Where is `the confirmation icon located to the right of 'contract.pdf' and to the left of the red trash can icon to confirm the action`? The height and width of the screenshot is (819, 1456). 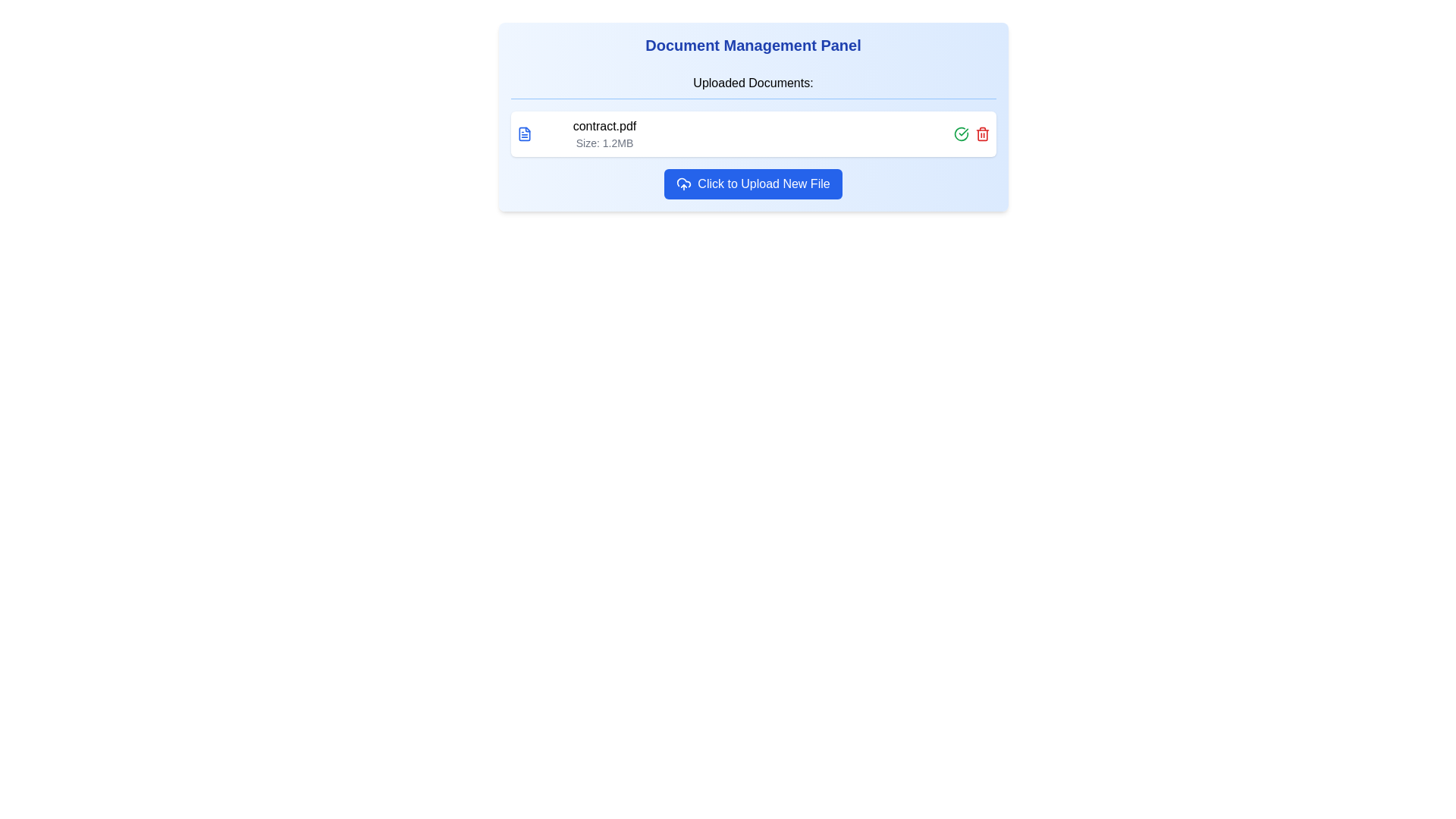 the confirmation icon located to the right of 'contract.pdf' and to the left of the red trash can icon to confirm the action is located at coordinates (960, 133).